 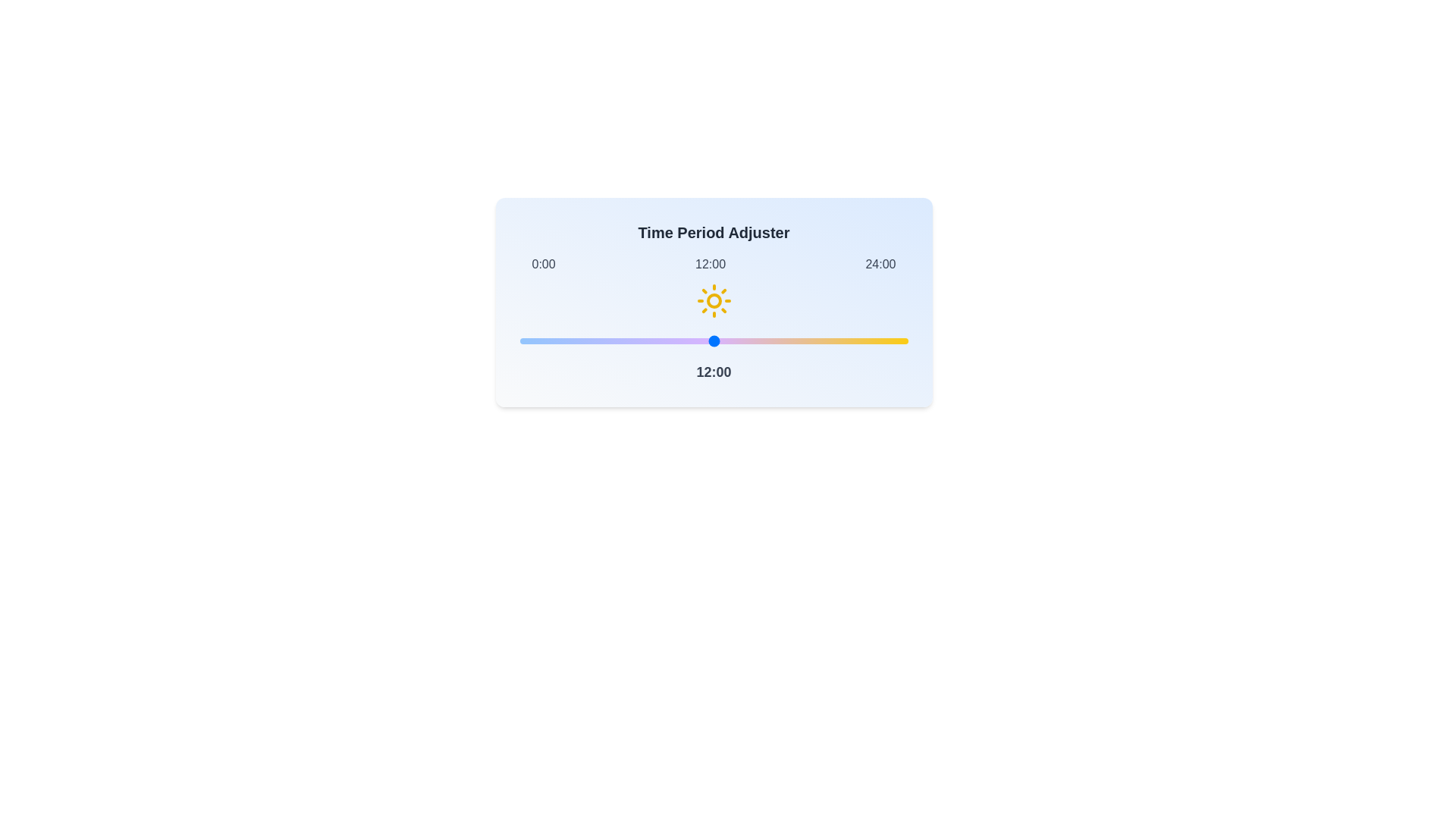 I want to click on the time slider to set the time to 5 hours, so click(x=600, y=341).